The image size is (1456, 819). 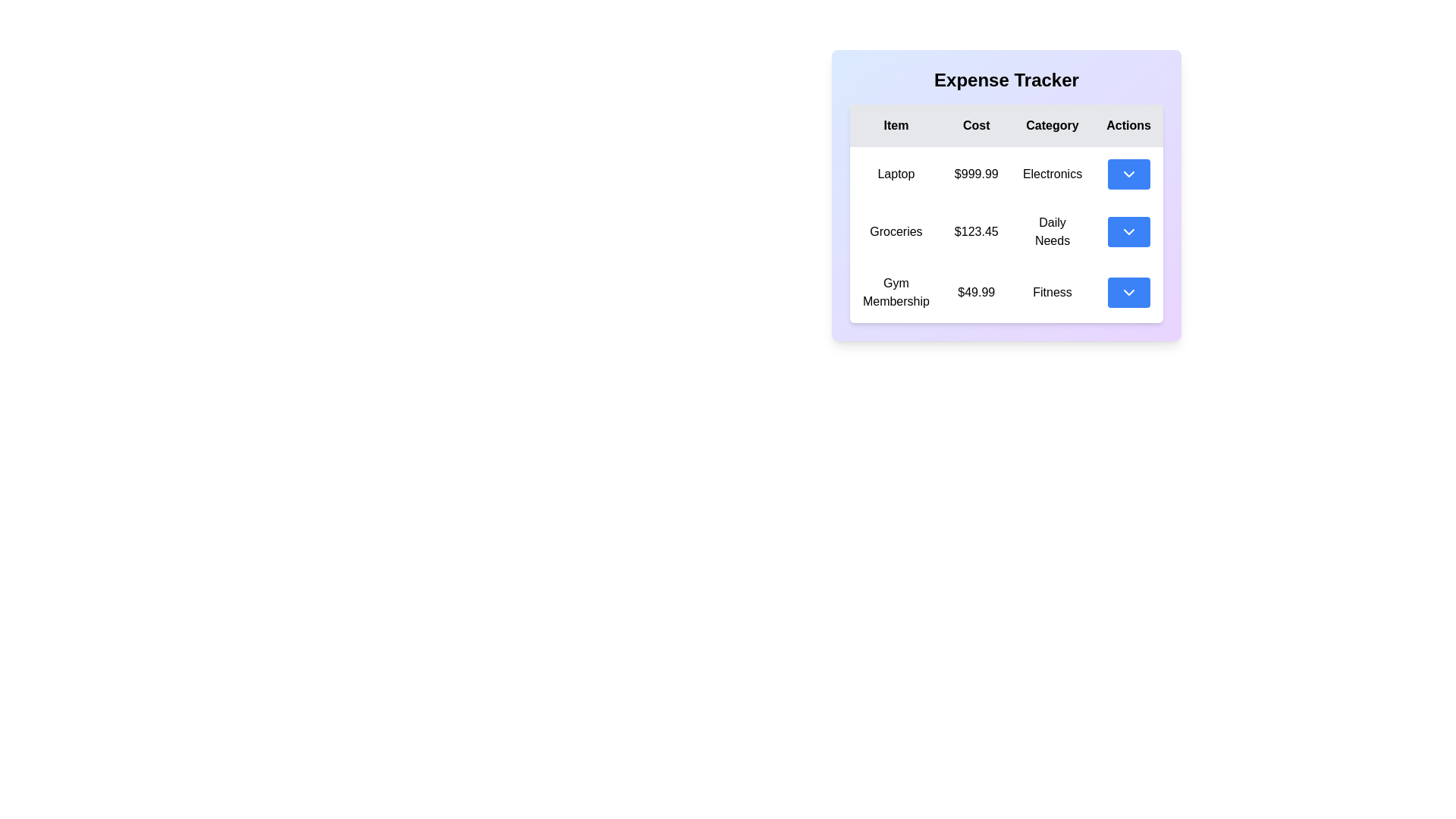 What do you see at coordinates (976, 231) in the screenshot?
I see `the static text label displaying the monetary value for 'Groceries' in the expense tracker table` at bounding box center [976, 231].